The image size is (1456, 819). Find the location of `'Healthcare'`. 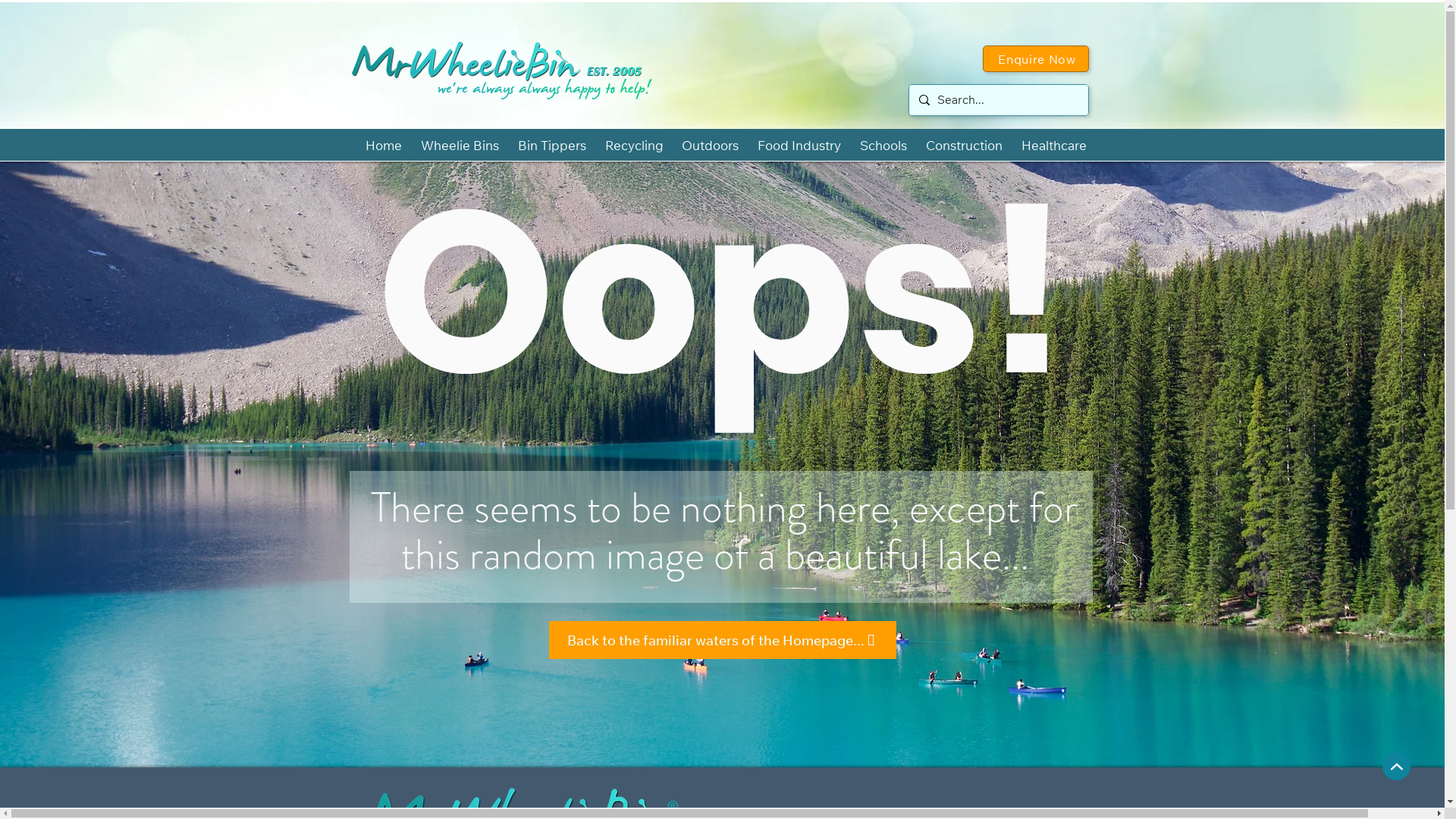

'Healthcare' is located at coordinates (1053, 145).